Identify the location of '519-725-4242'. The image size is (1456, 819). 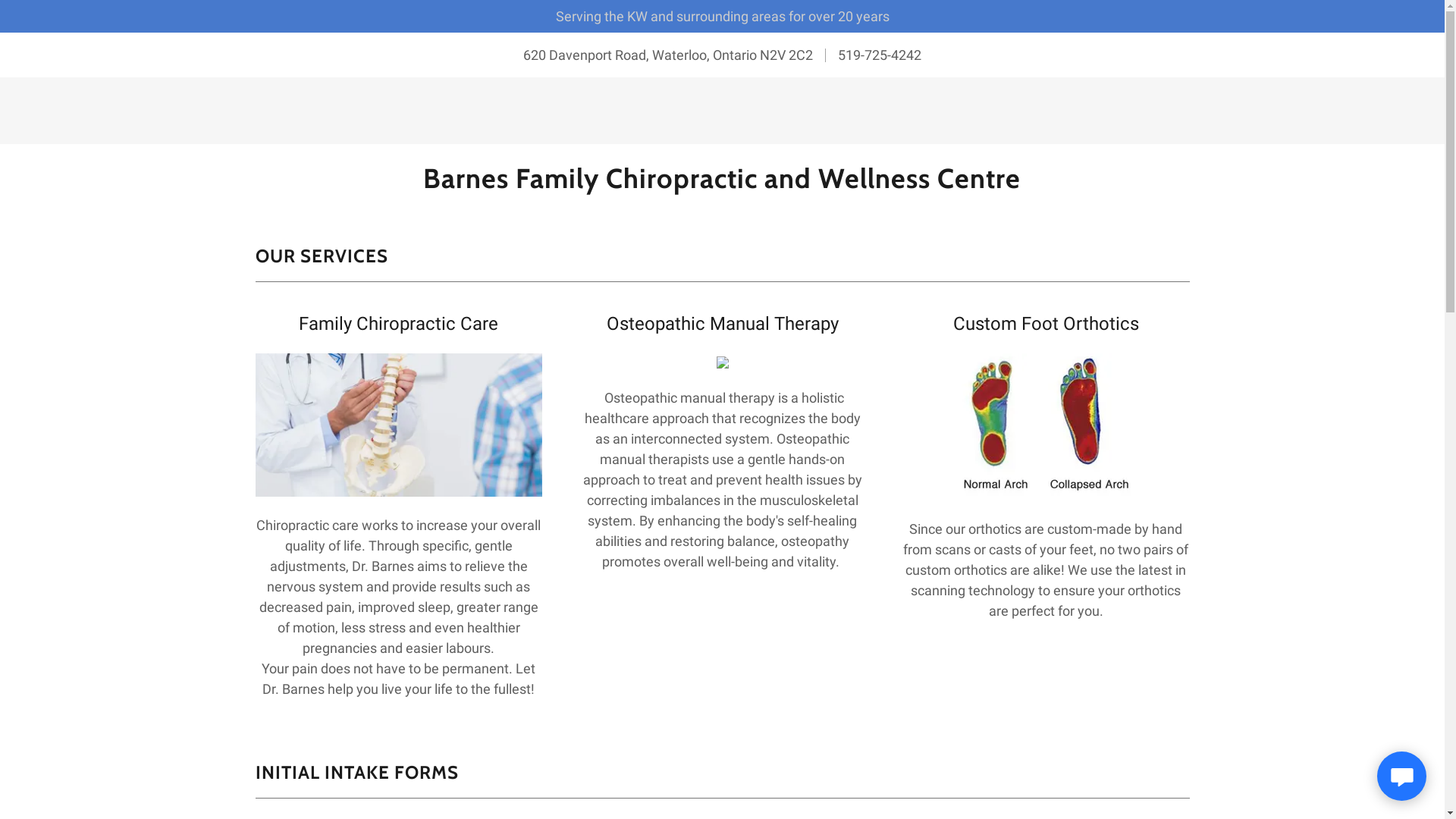
(880, 54).